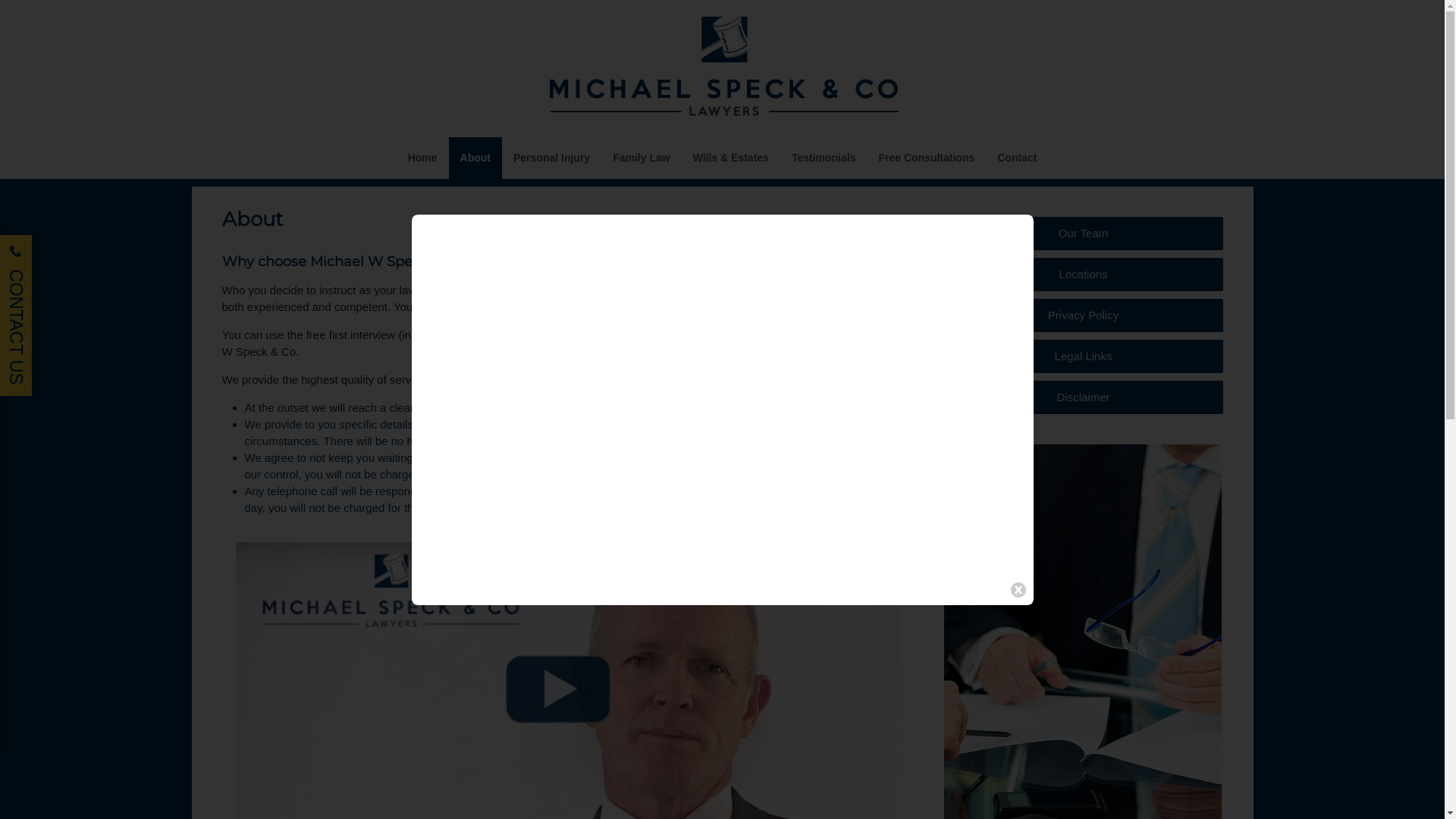  What do you see at coordinates (1082, 275) in the screenshot?
I see `'Locations'` at bounding box center [1082, 275].